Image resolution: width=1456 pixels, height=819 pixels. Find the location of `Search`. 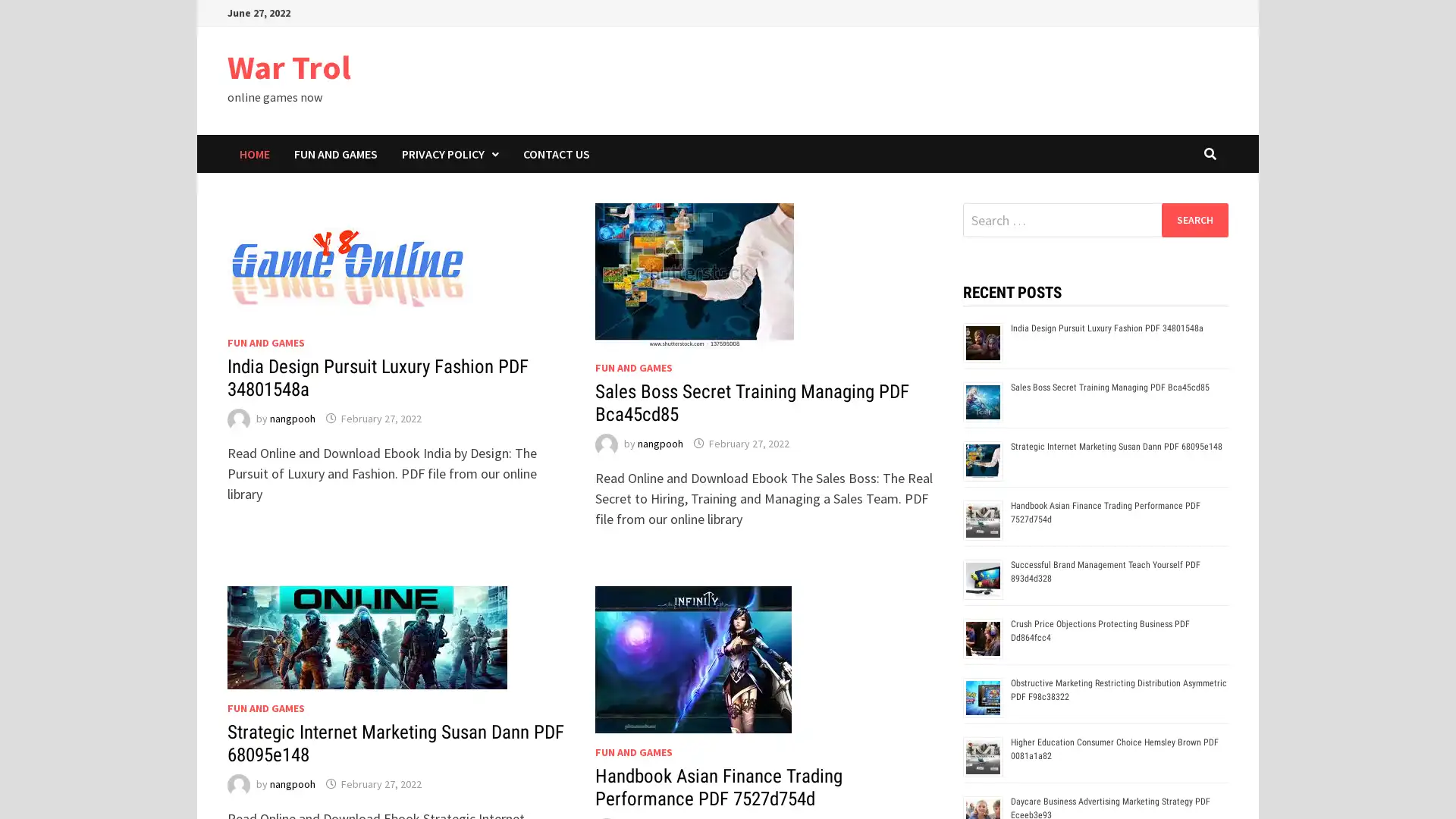

Search is located at coordinates (1194, 219).